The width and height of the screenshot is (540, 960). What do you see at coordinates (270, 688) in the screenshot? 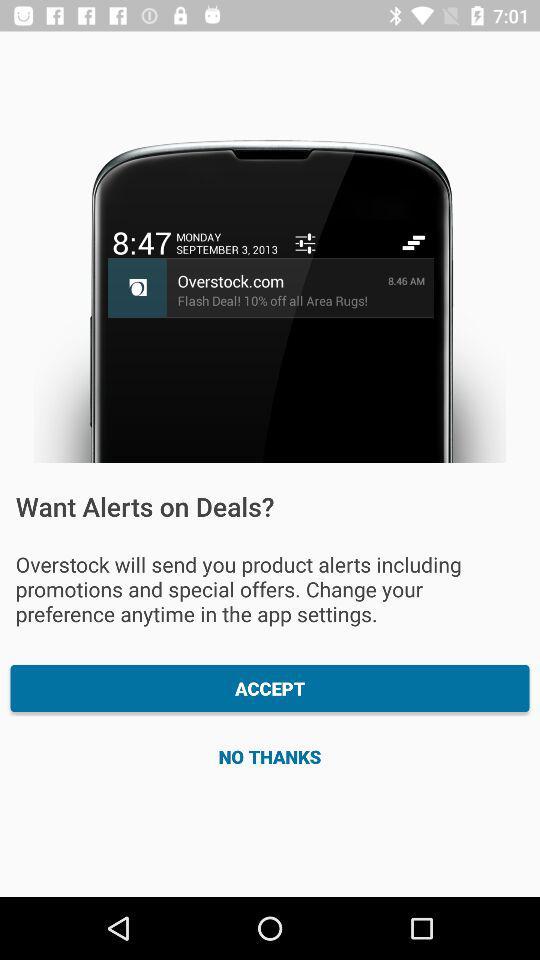
I see `accept icon` at bounding box center [270, 688].